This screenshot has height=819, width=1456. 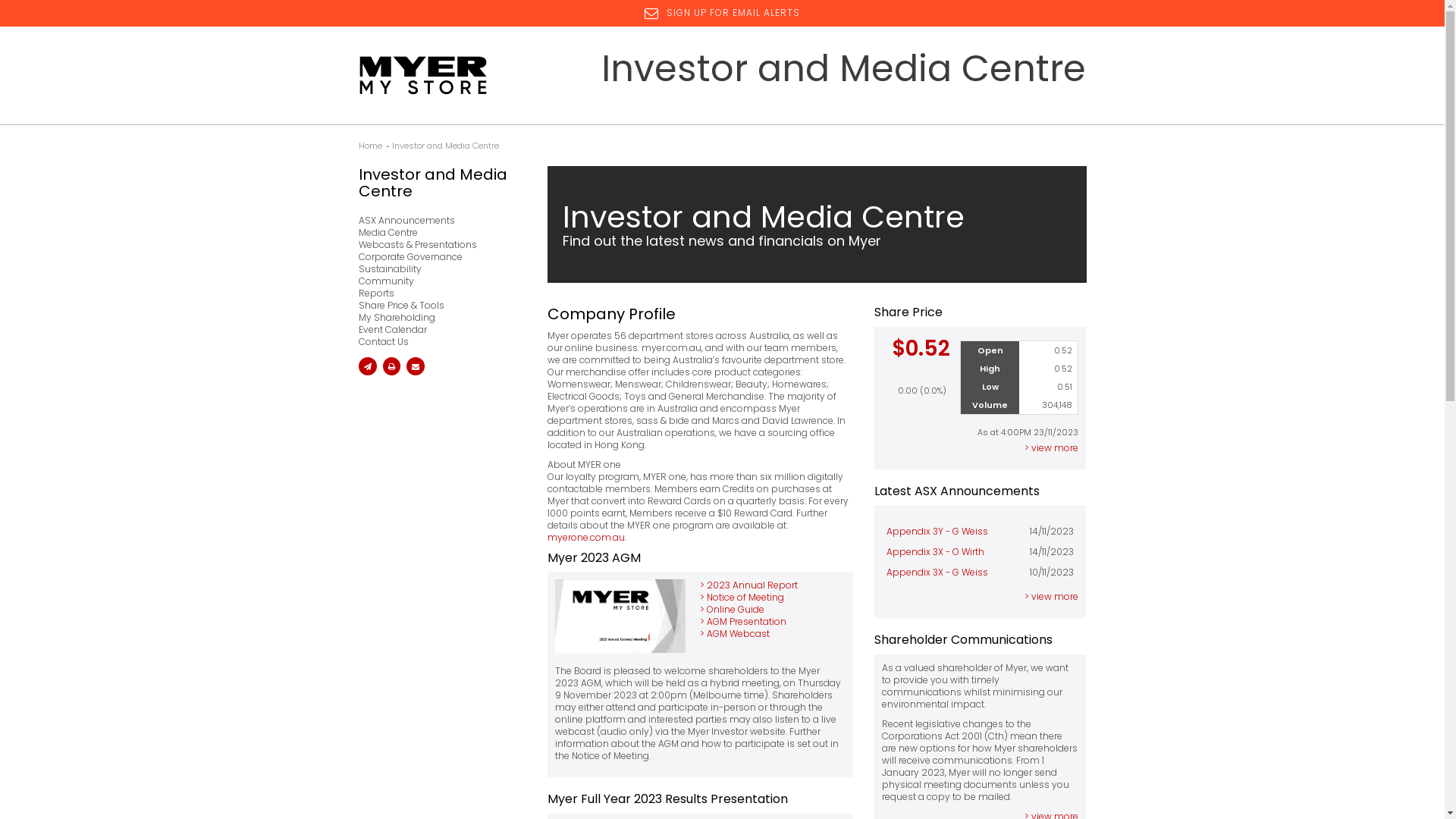 What do you see at coordinates (369, 146) in the screenshot?
I see `'Home'` at bounding box center [369, 146].